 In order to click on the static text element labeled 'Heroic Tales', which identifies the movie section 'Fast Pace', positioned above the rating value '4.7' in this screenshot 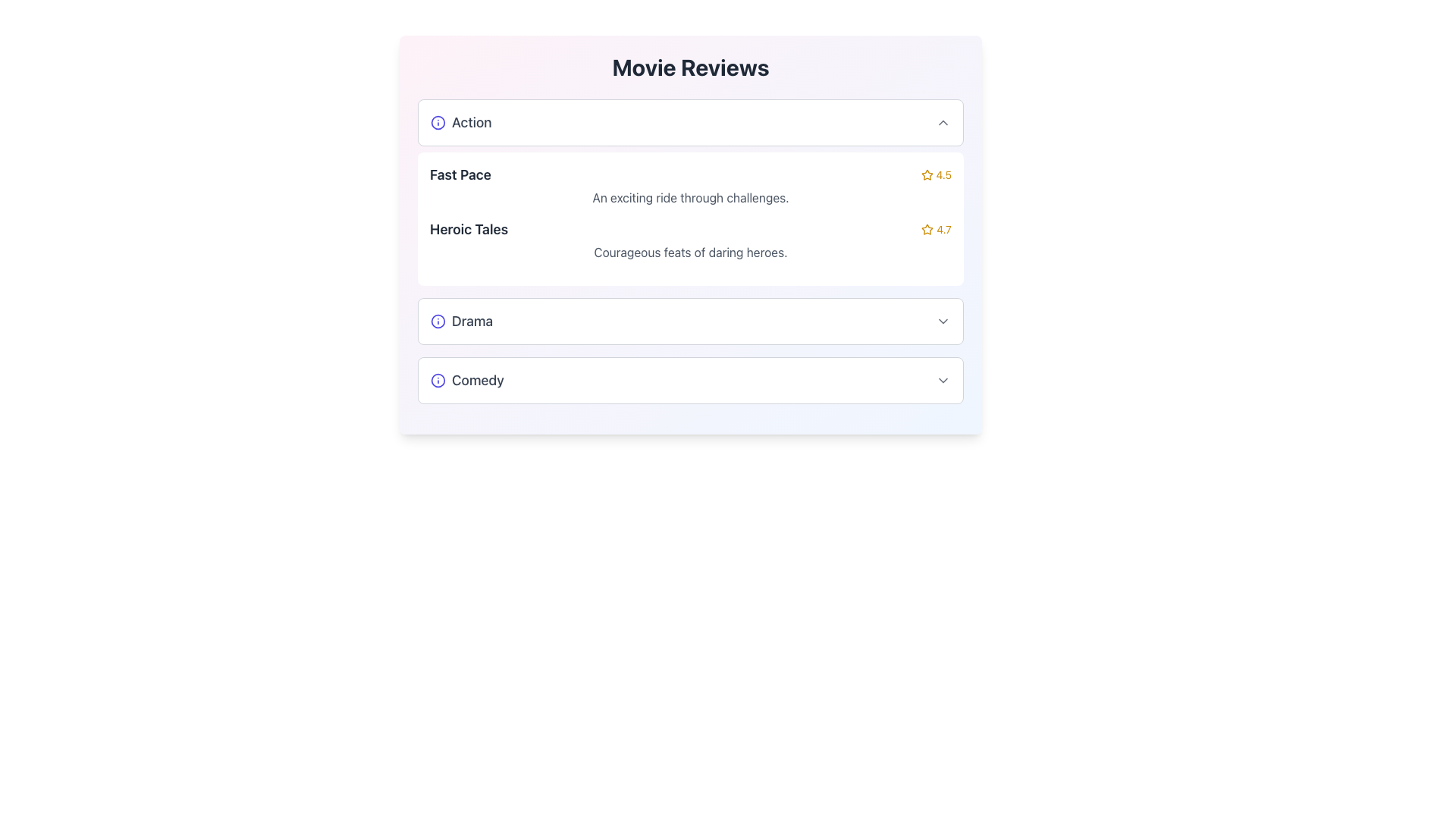, I will do `click(468, 230)`.